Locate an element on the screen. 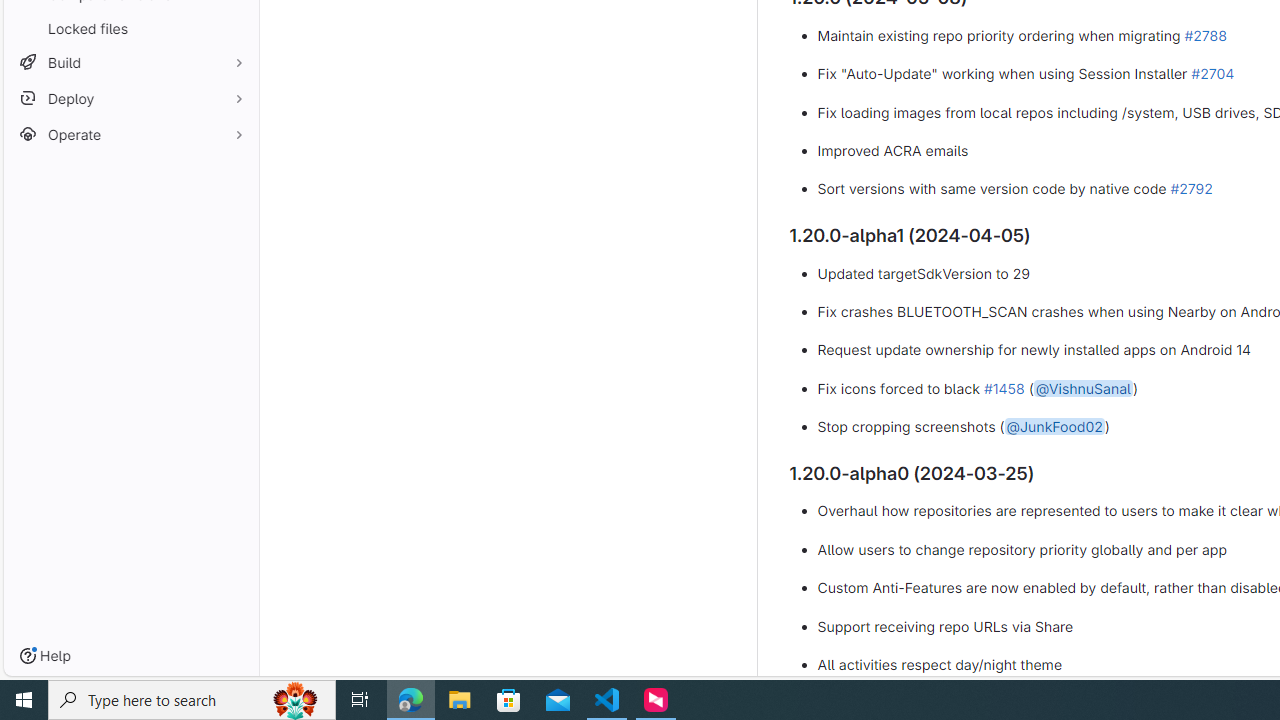 Image resolution: width=1280 pixels, height=720 pixels. 'Locked files' is located at coordinates (130, 28).